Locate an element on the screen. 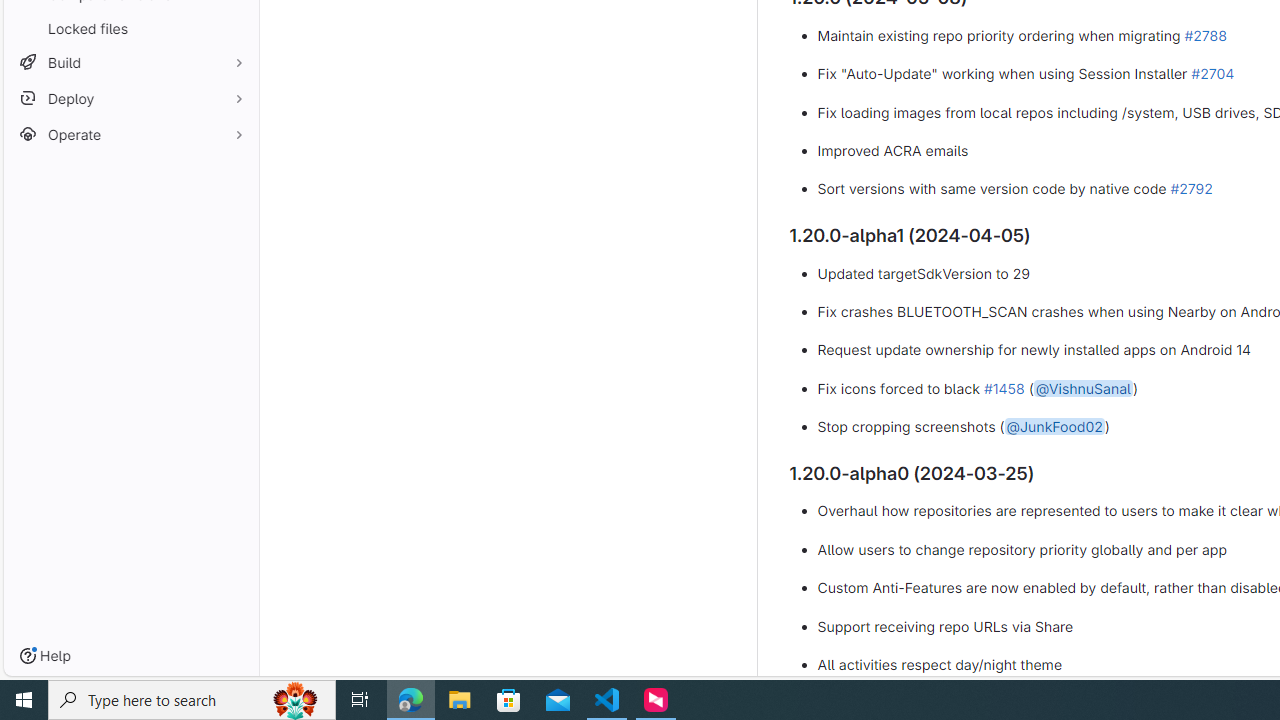 Image resolution: width=1280 pixels, height=720 pixels. 'Locked files' is located at coordinates (130, 28).